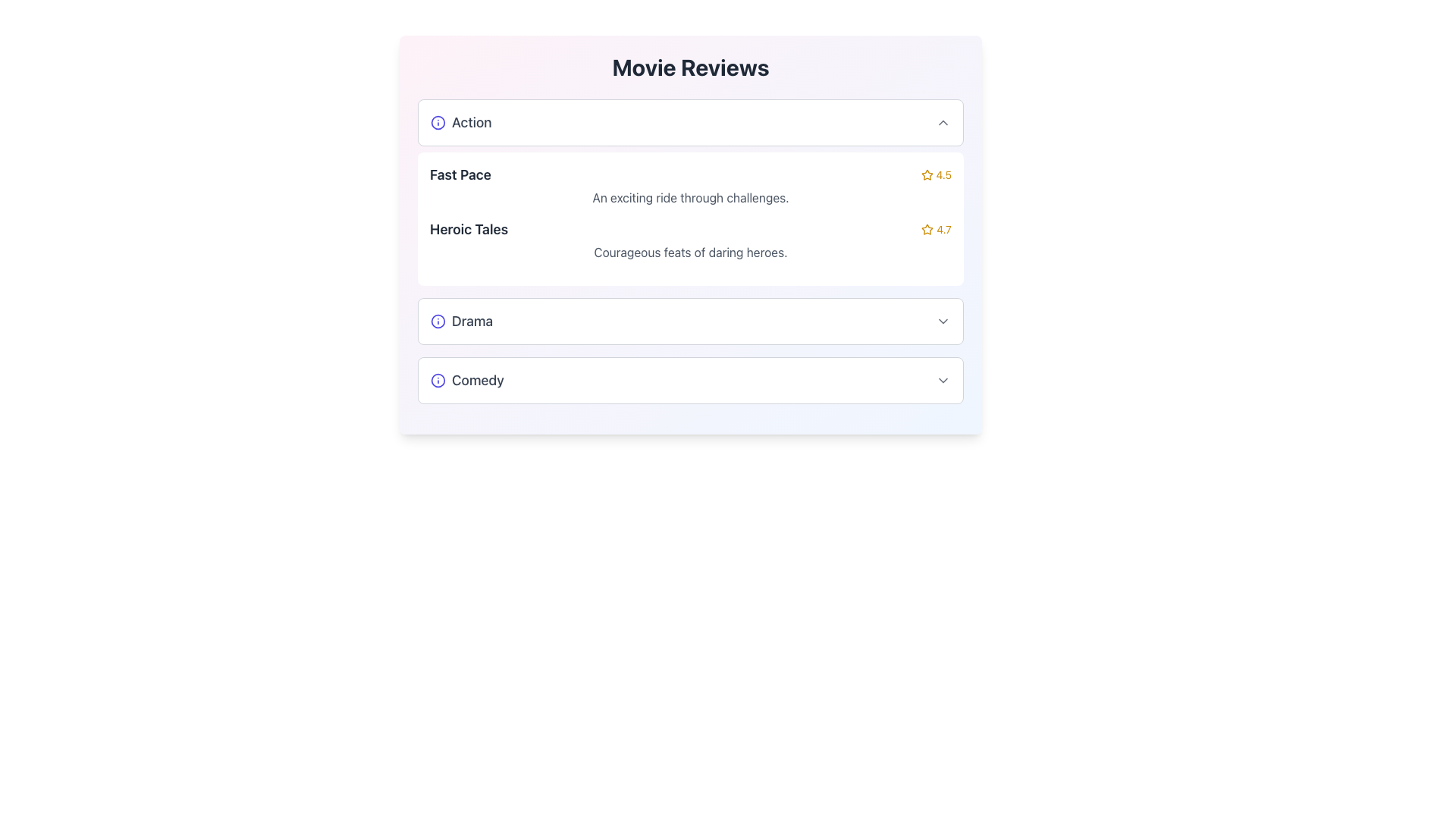  What do you see at coordinates (690, 174) in the screenshot?
I see `the movie title and rating element in the 'Action' category, located at the top before 'Heroic Tales'` at bounding box center [690, 174].